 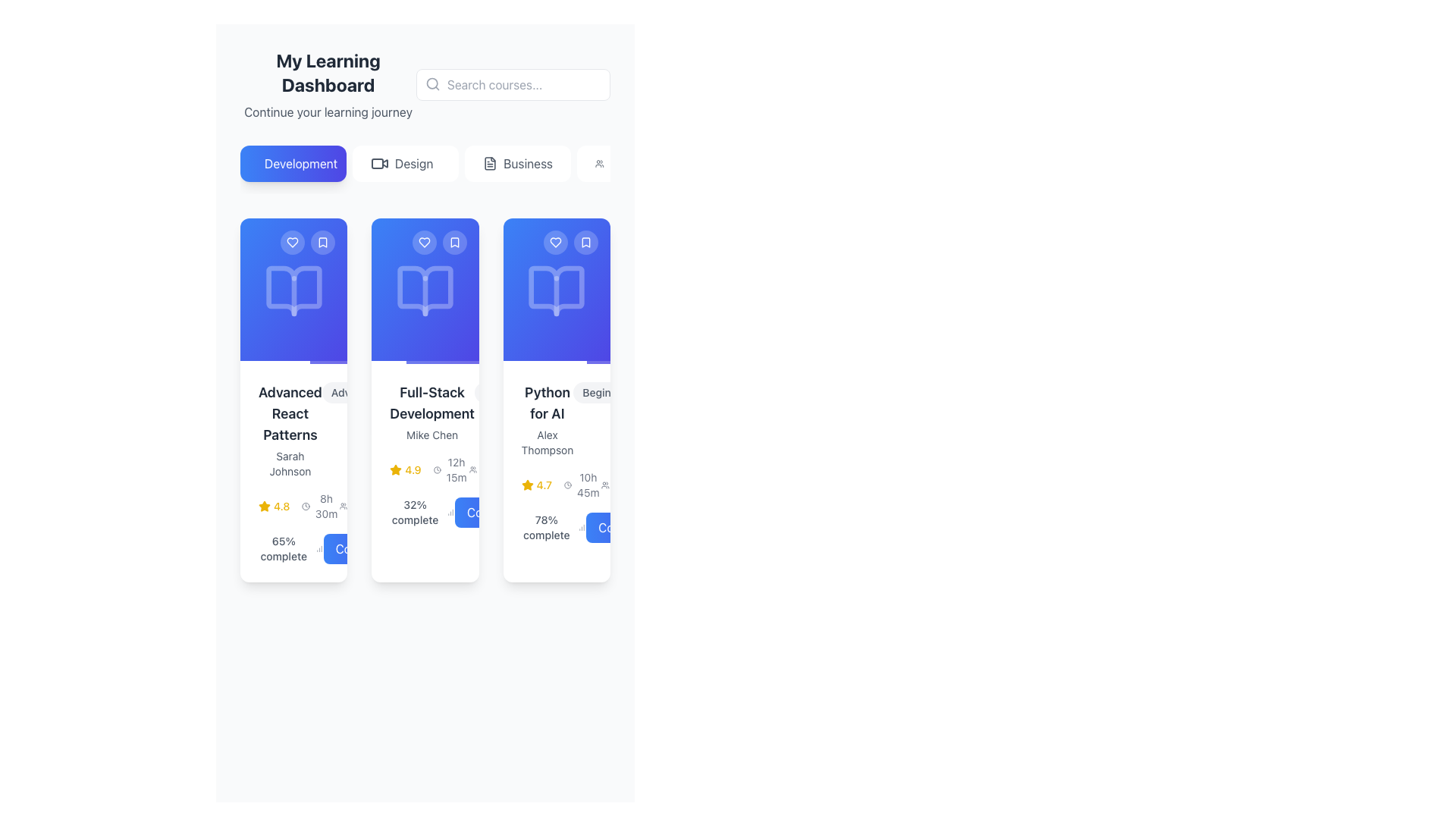 I want to click on the Progress Bar located at the bottom edge of the 'Full-Stack Development' card to visually indicate progress level, so click(x=425, y=362).